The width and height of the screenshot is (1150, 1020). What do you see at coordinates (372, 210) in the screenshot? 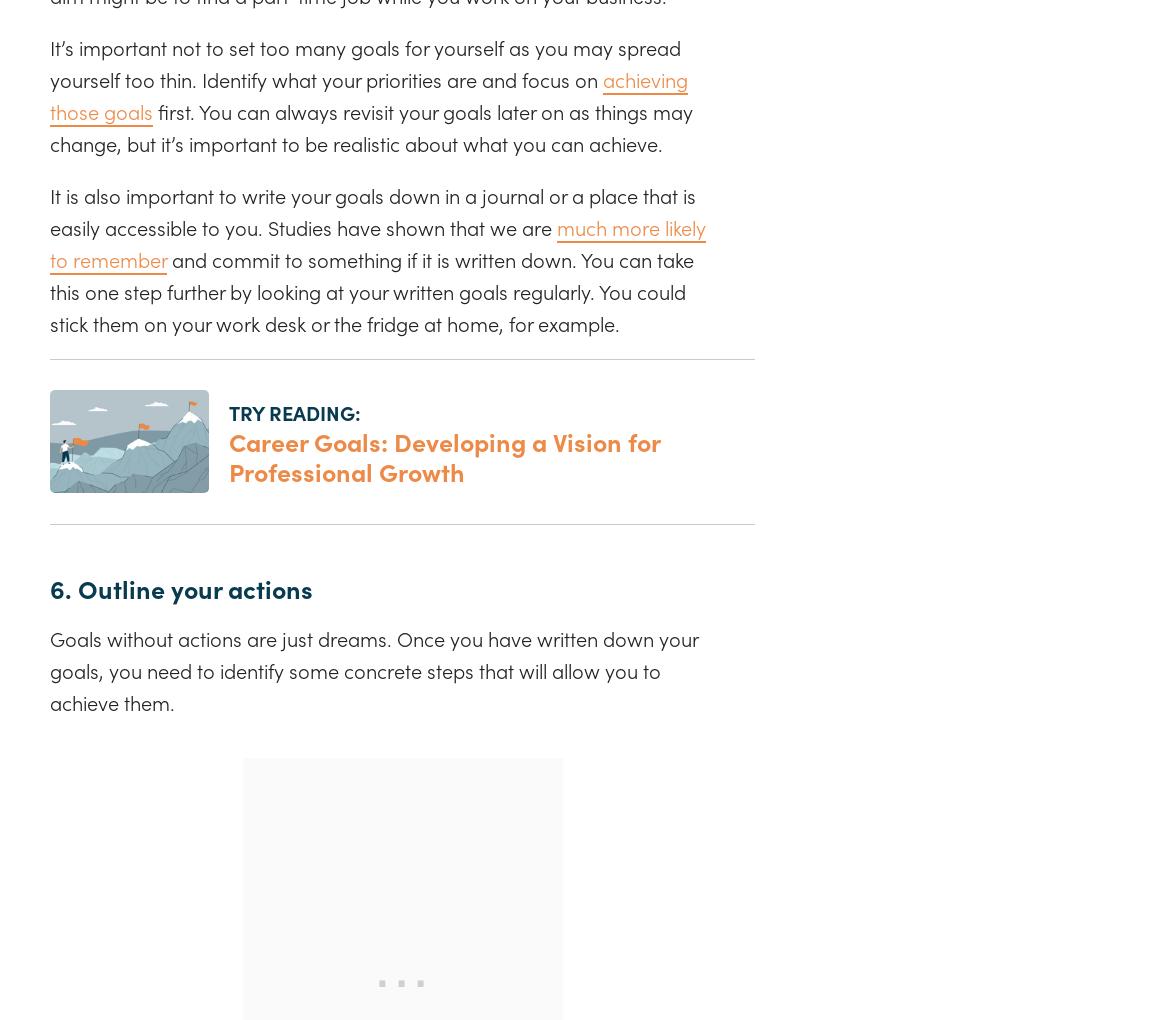
I see `'It is also important to write your goals down in a journal or a place that is easily accessible to you. Studies have shown that we are'` at bounding box center [372, 210].